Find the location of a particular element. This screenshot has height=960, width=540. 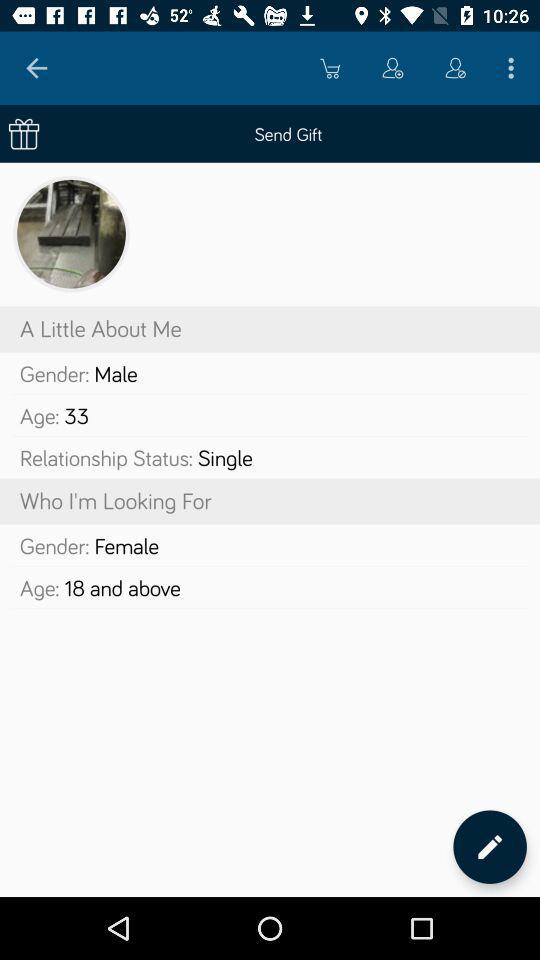

edit is located at coordinates (489, 846).